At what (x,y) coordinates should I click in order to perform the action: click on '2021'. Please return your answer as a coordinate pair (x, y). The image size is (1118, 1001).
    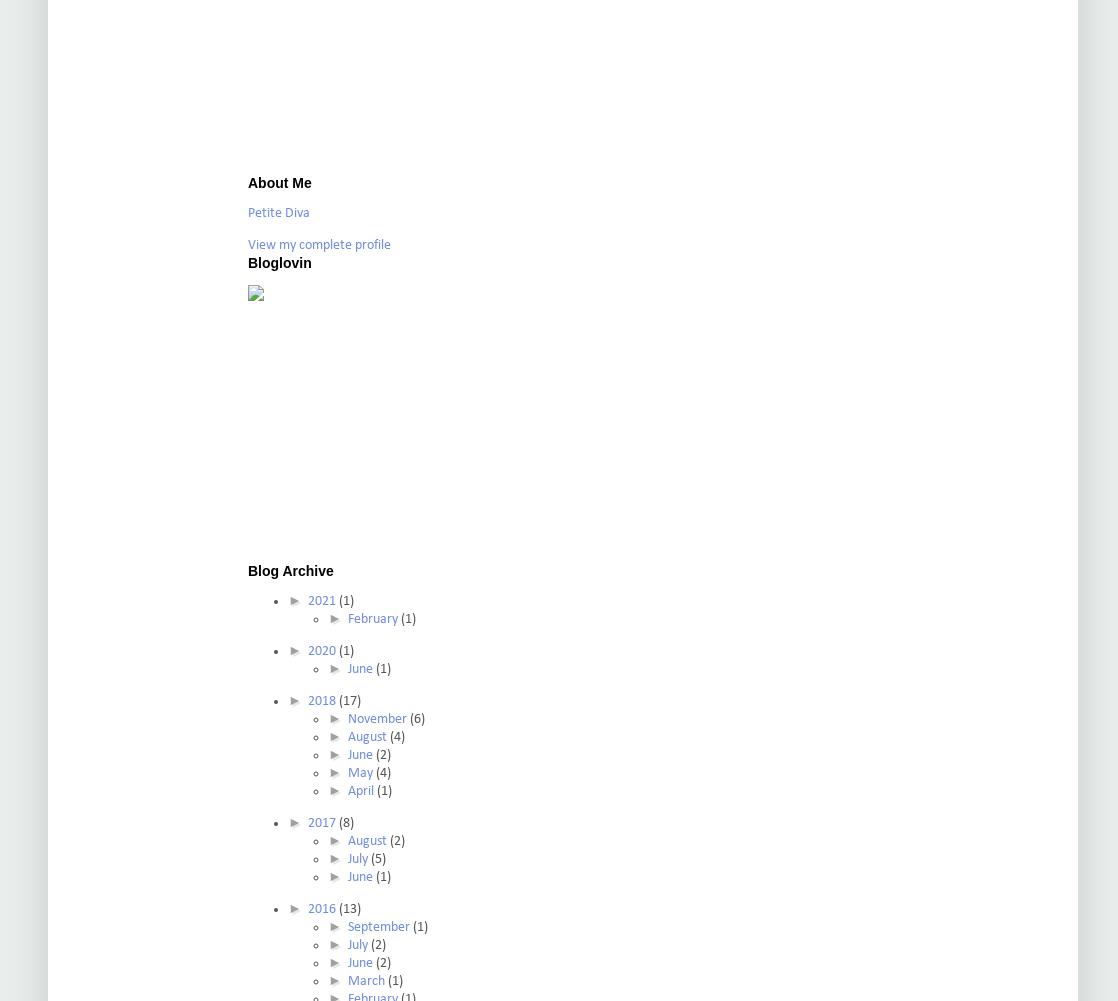
    Looking at the image, I should click on (321, 601).